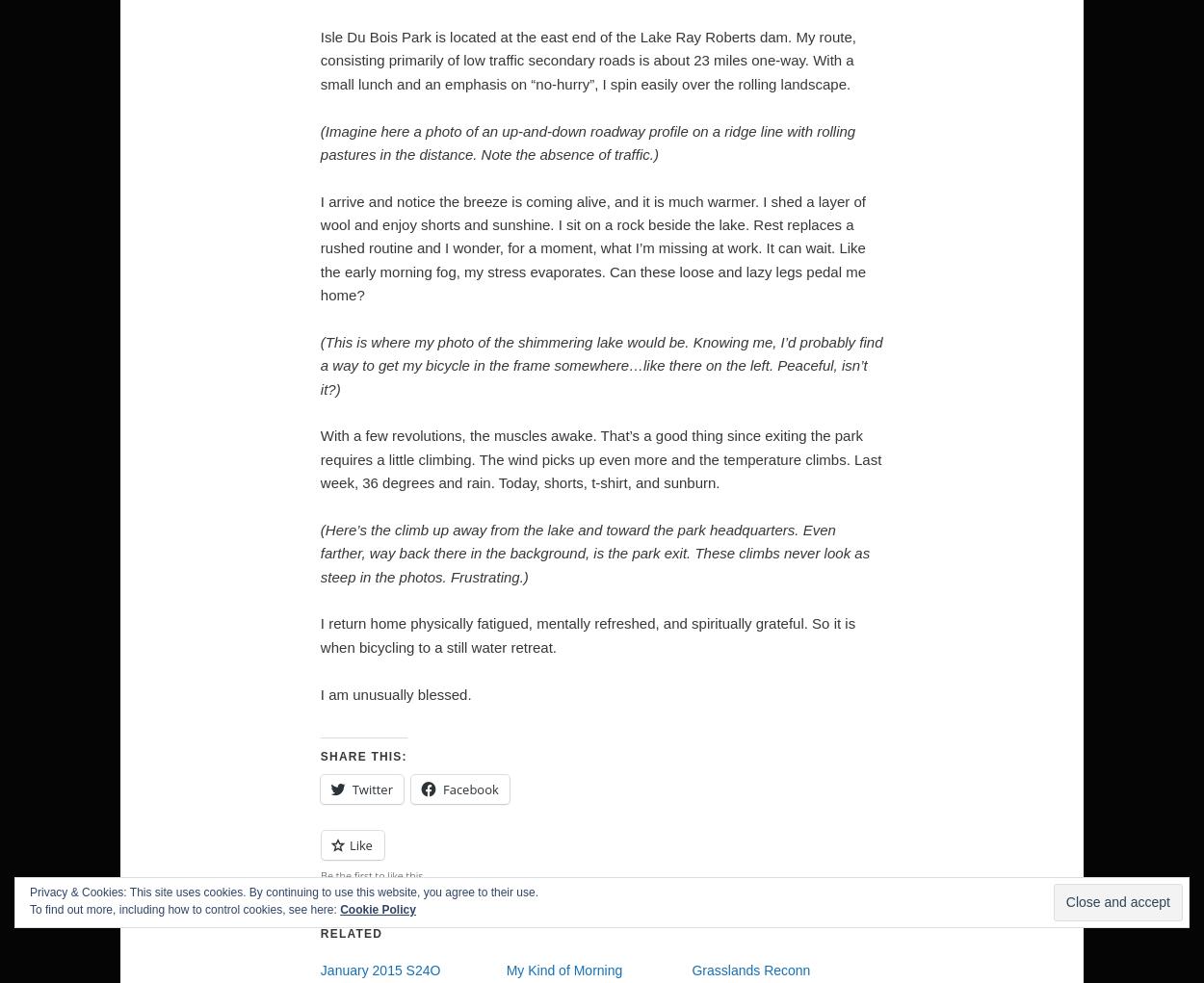 The height and width of the screenshot is (983, 1204). I want to click on 'I am unusually blessed.', so click(395, 692).